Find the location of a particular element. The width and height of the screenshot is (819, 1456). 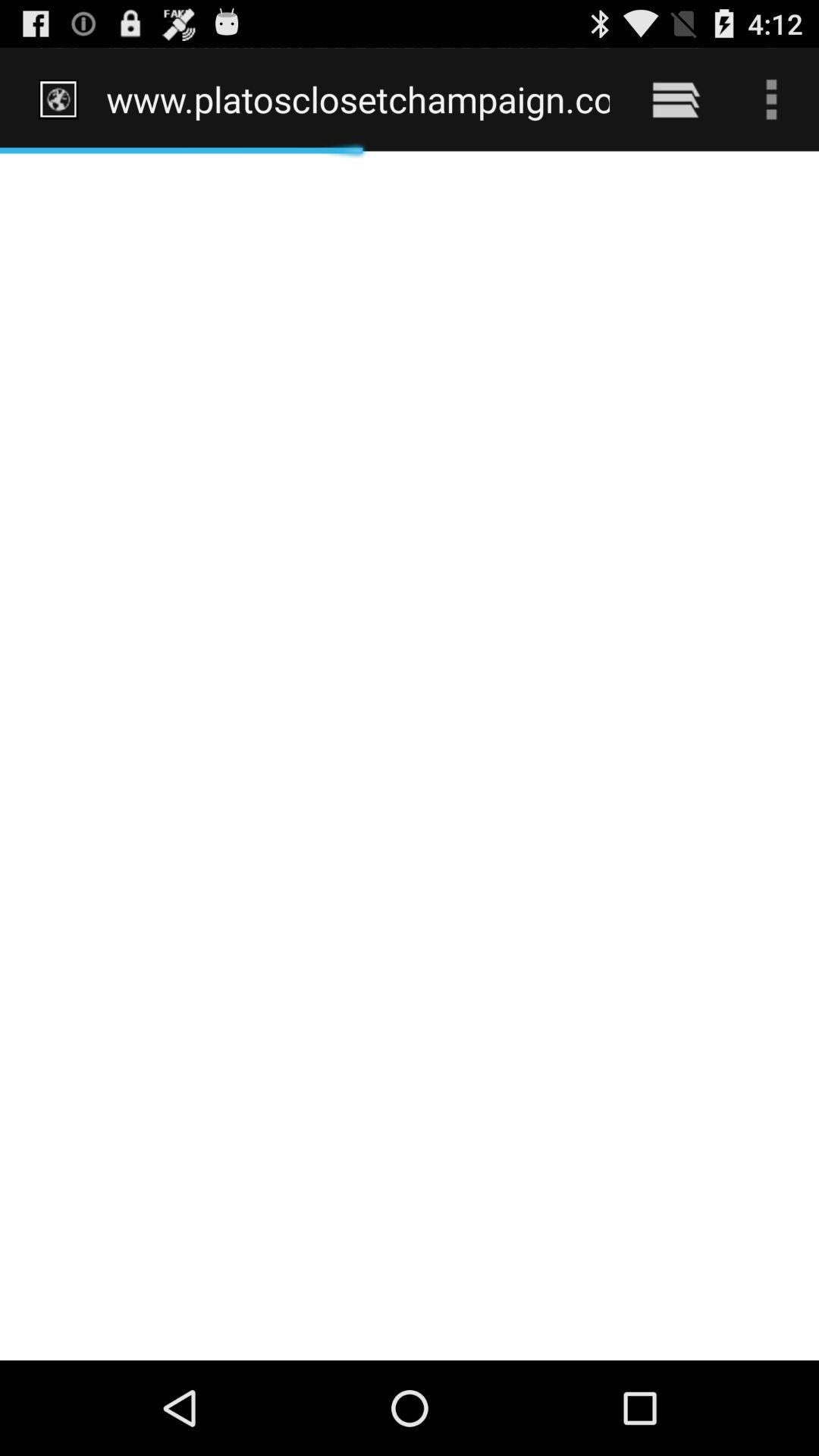

item below www.platosclosetchampaign.com icon is located at coordinates (409, 755).